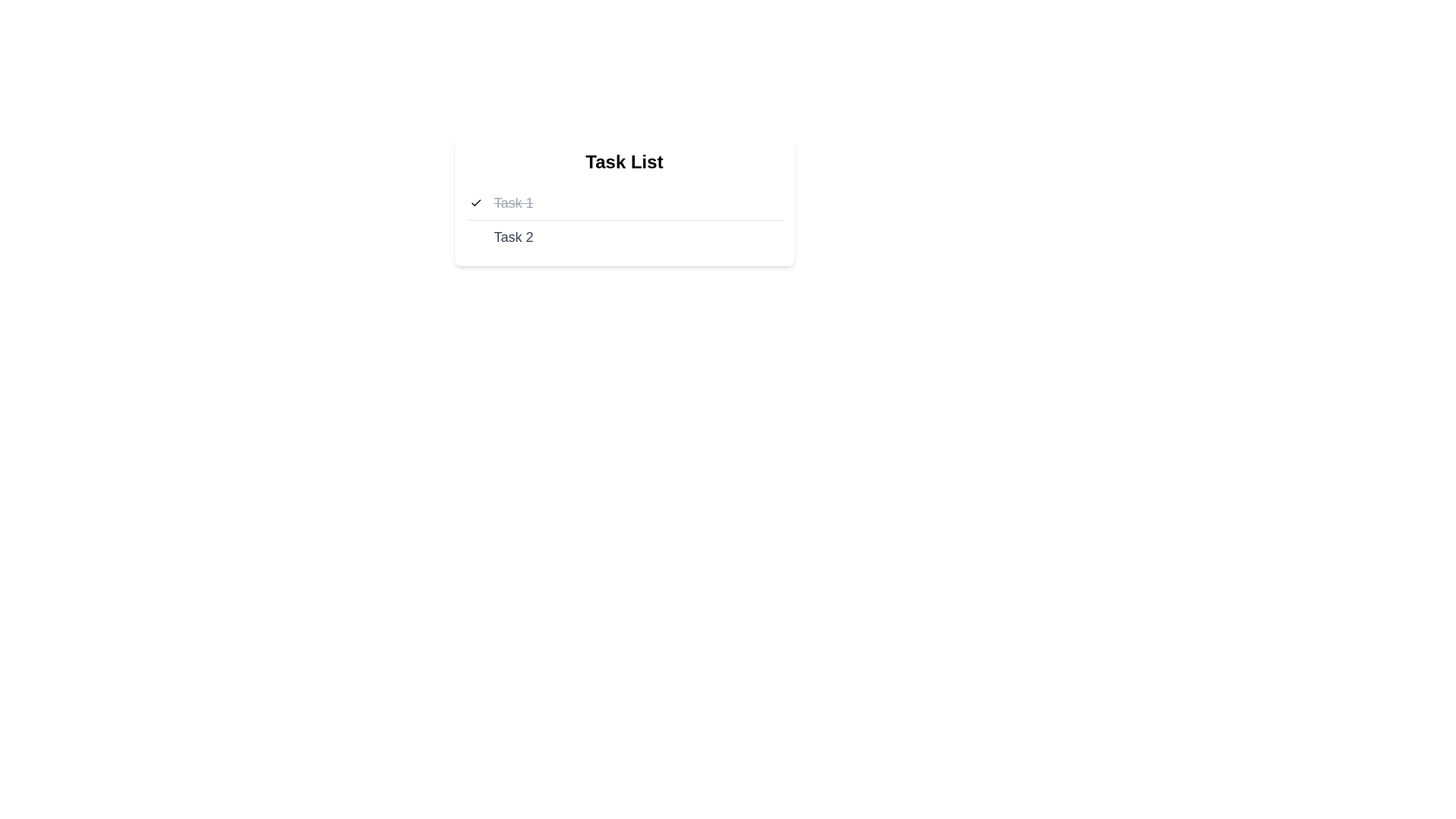 The height and width of the screenshot is (819, 1456). Describe the element at coordinates (624, 162) in the screenshot. I see `the static text heading that reads 'Task List', which is a bold and large text positioned at the top of the task card` at that location.